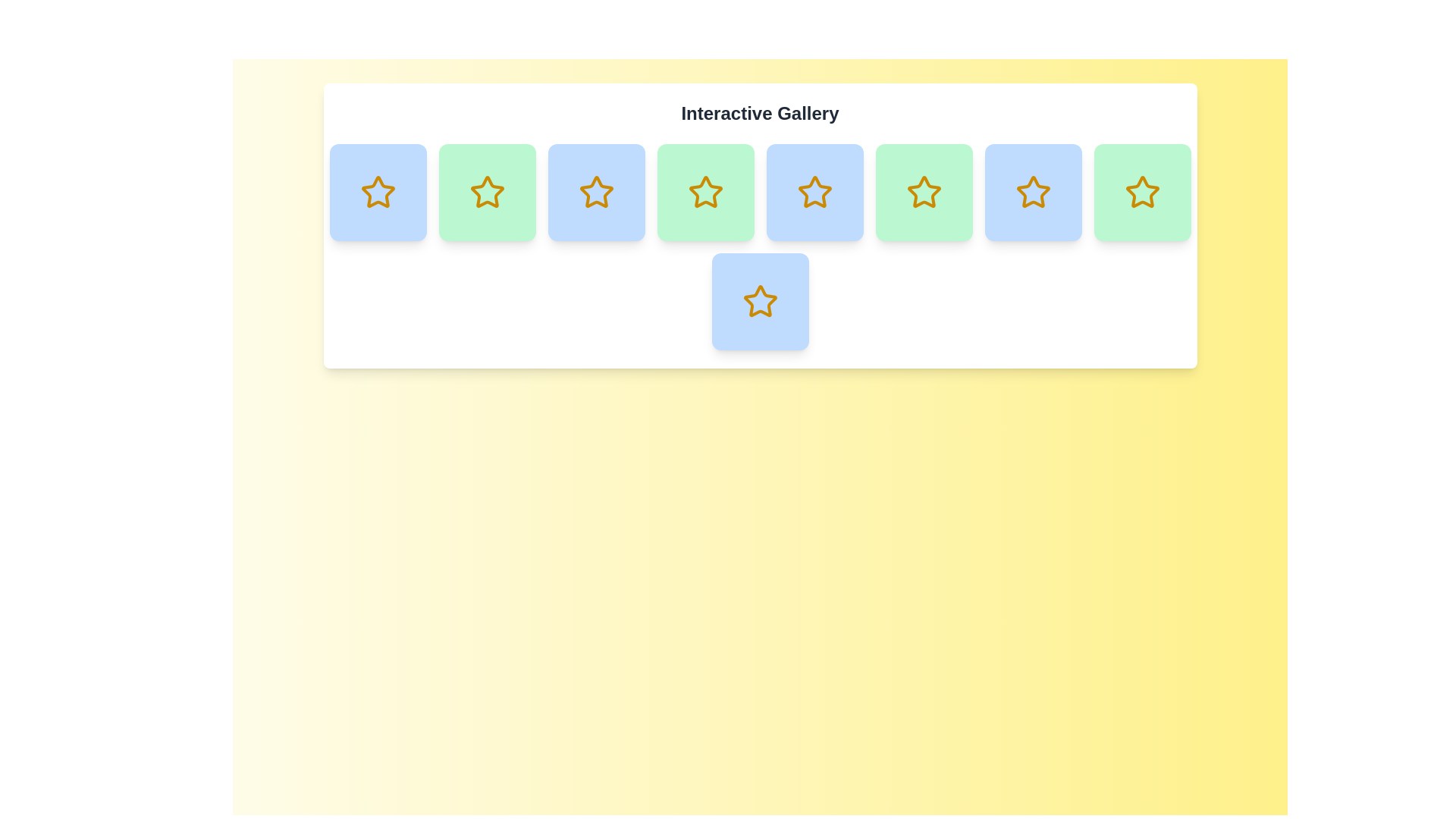  Describe the element at coordinates (760, 113) in the screenshot. I see `text of the centered heading labeled 'Interactive Gallery', which is displayed in bold at the top of the panel` at that location.